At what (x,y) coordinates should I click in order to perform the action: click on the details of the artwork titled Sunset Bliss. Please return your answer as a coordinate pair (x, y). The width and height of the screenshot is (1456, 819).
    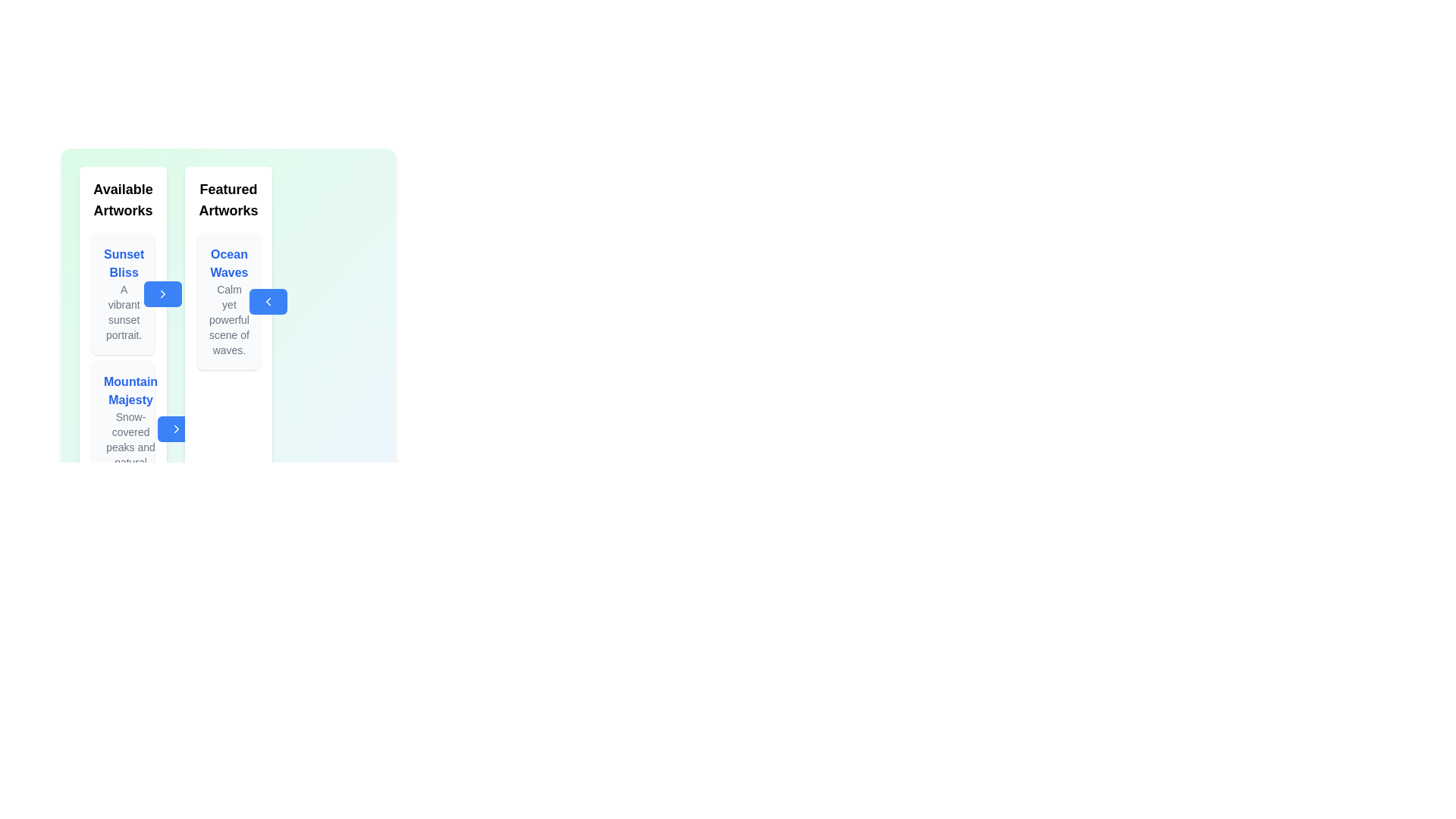
    Looking at the image, I should click on (124, 294).